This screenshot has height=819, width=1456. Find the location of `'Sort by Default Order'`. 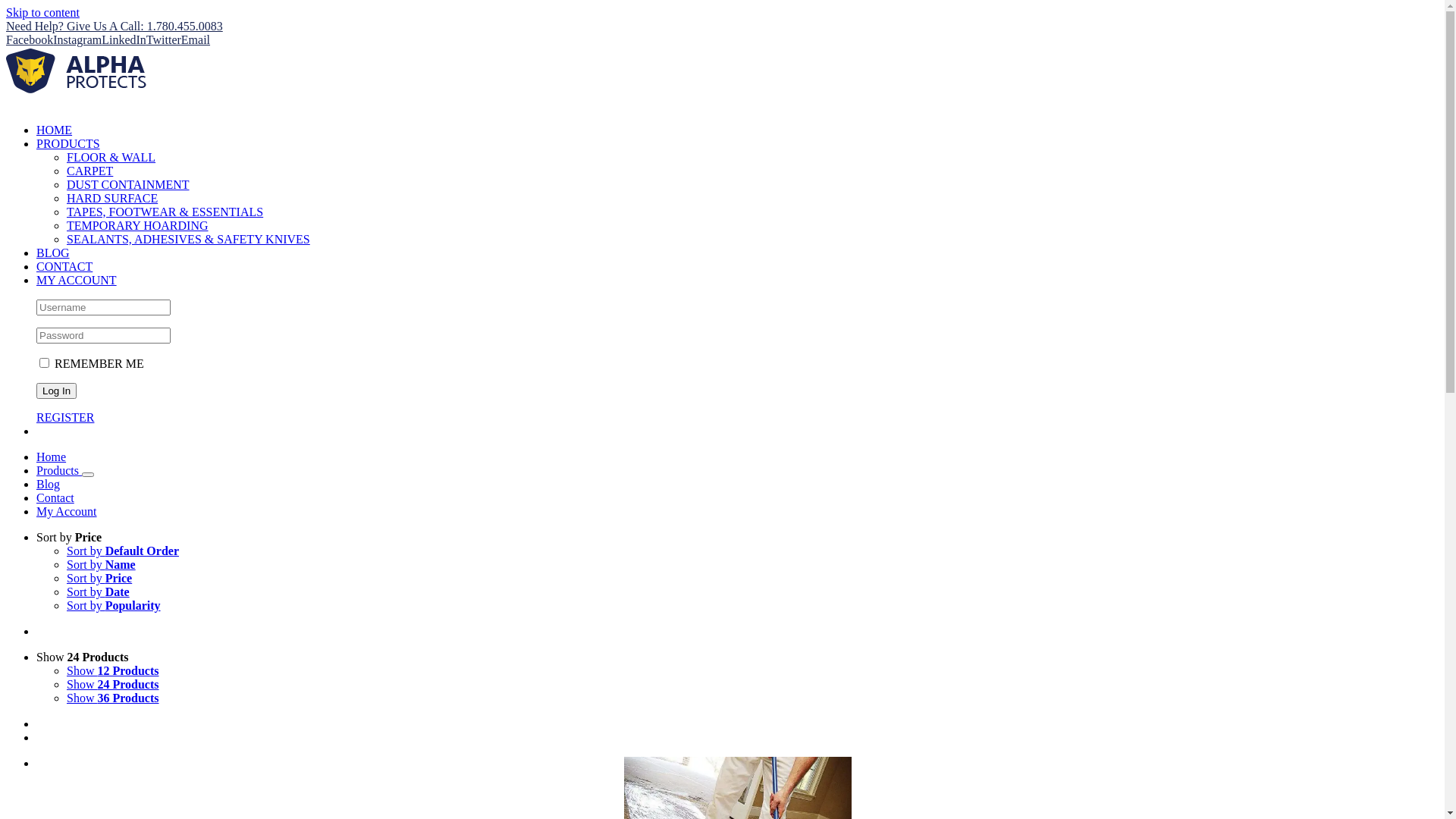

'Sort by Default Order' is located at coordinates (65, 551).